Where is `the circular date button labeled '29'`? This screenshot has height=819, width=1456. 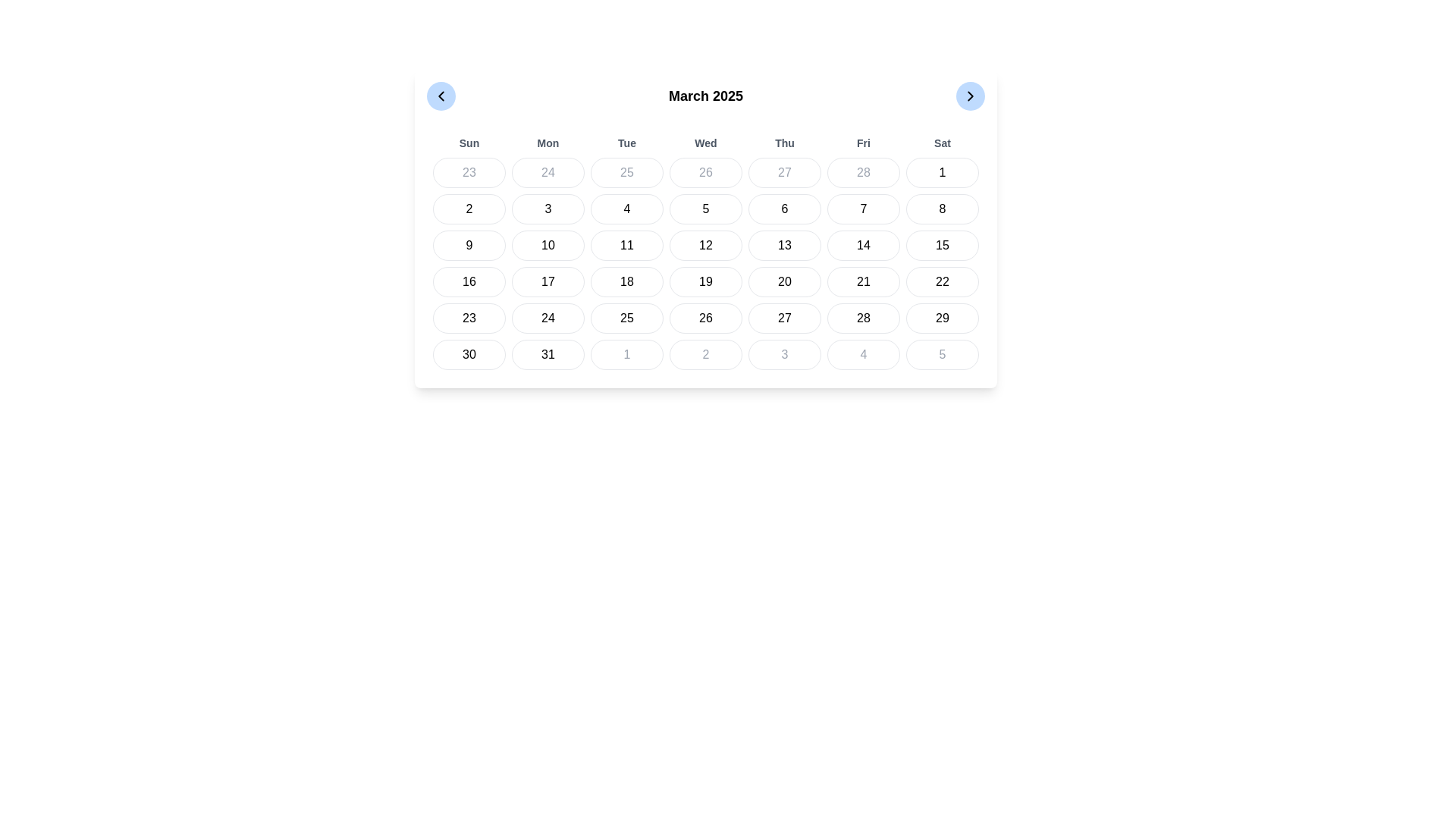
the circular date button labeled '29' is located at coordinates (942, 318).